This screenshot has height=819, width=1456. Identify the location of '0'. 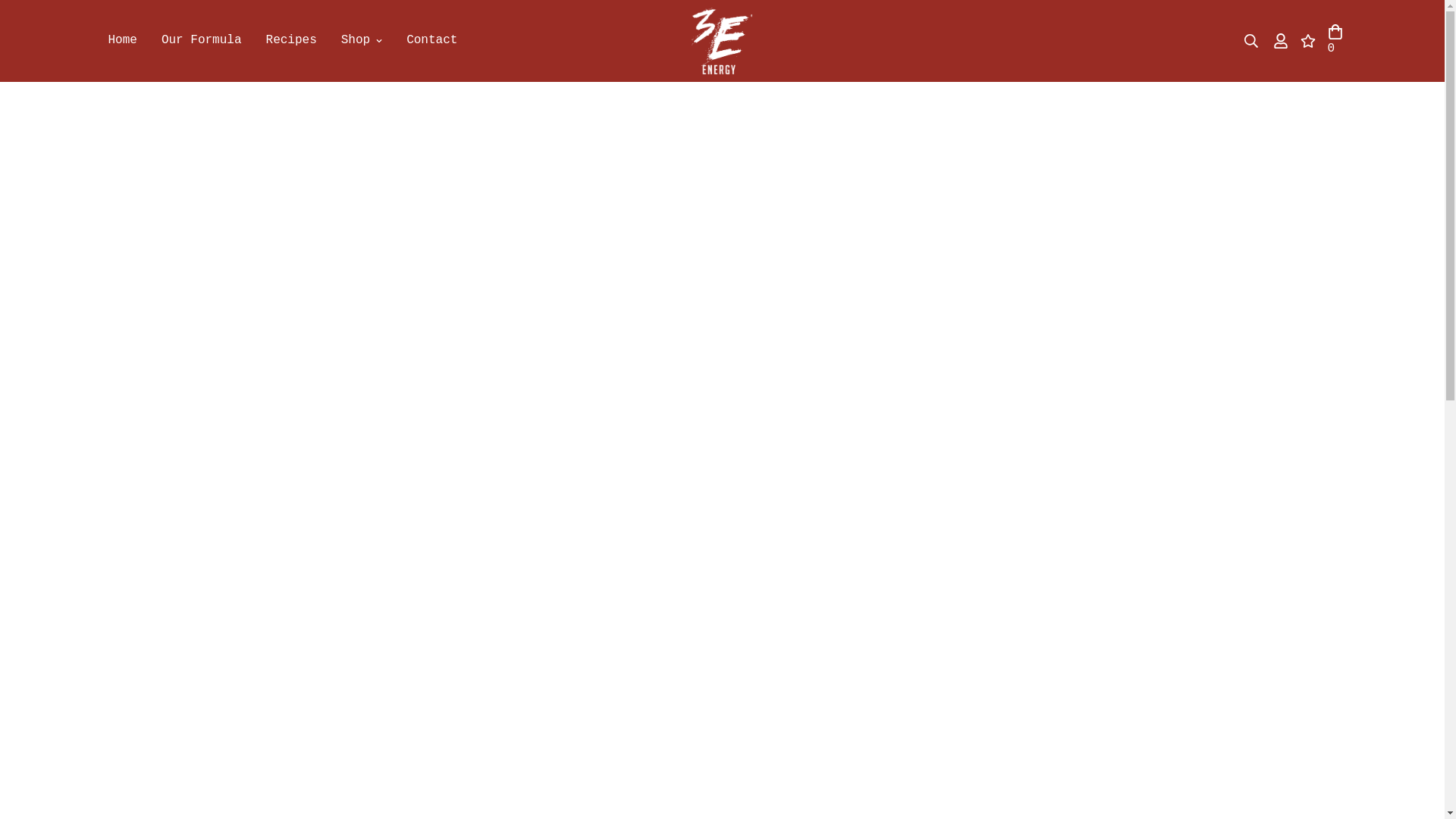
(1320, 40).